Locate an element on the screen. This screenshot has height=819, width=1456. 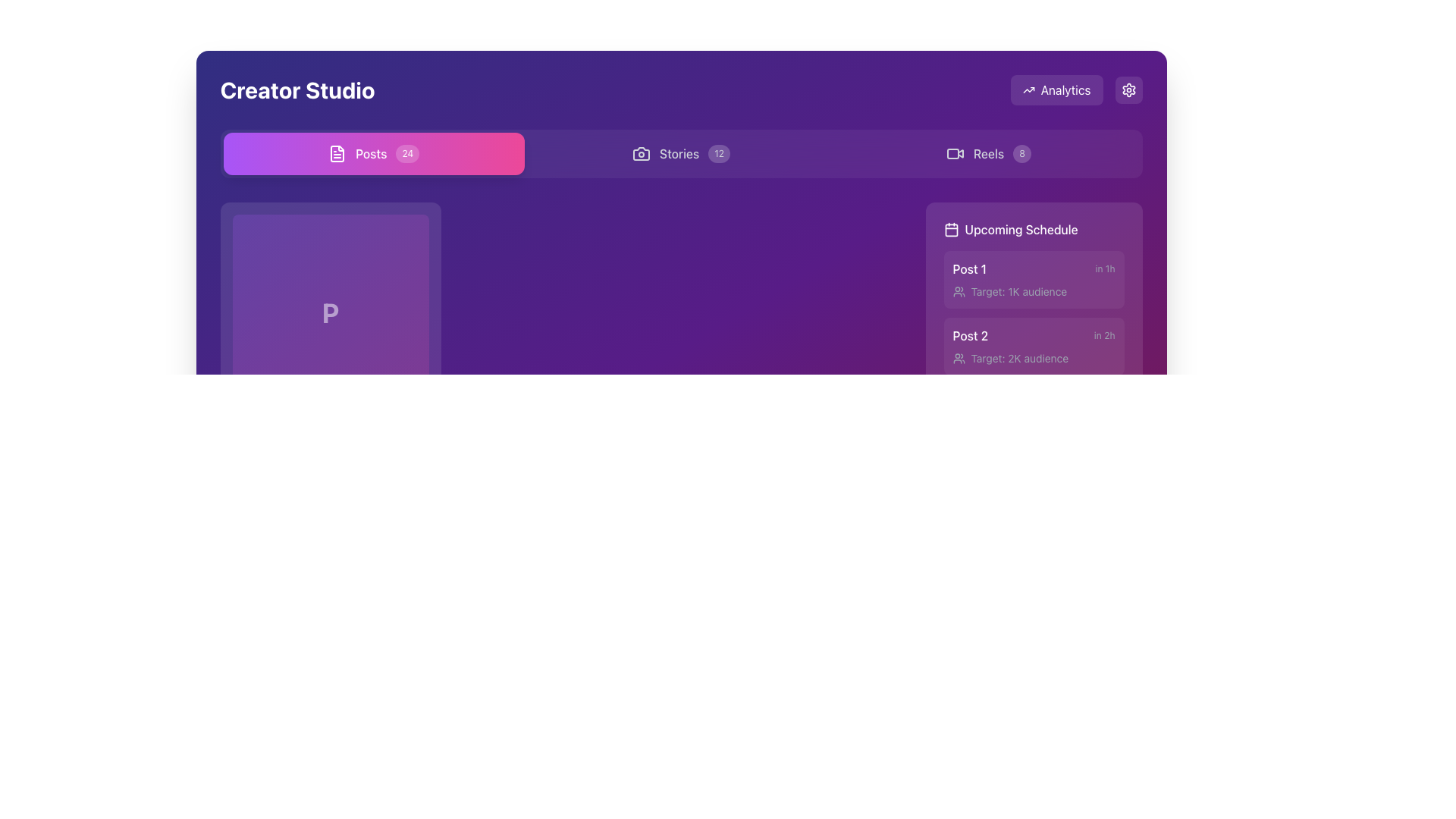
the main rectangular area of the calendar icon that signifies scheduling in the 'Upcoming Schedule' component is located at coordinates (950, 230).